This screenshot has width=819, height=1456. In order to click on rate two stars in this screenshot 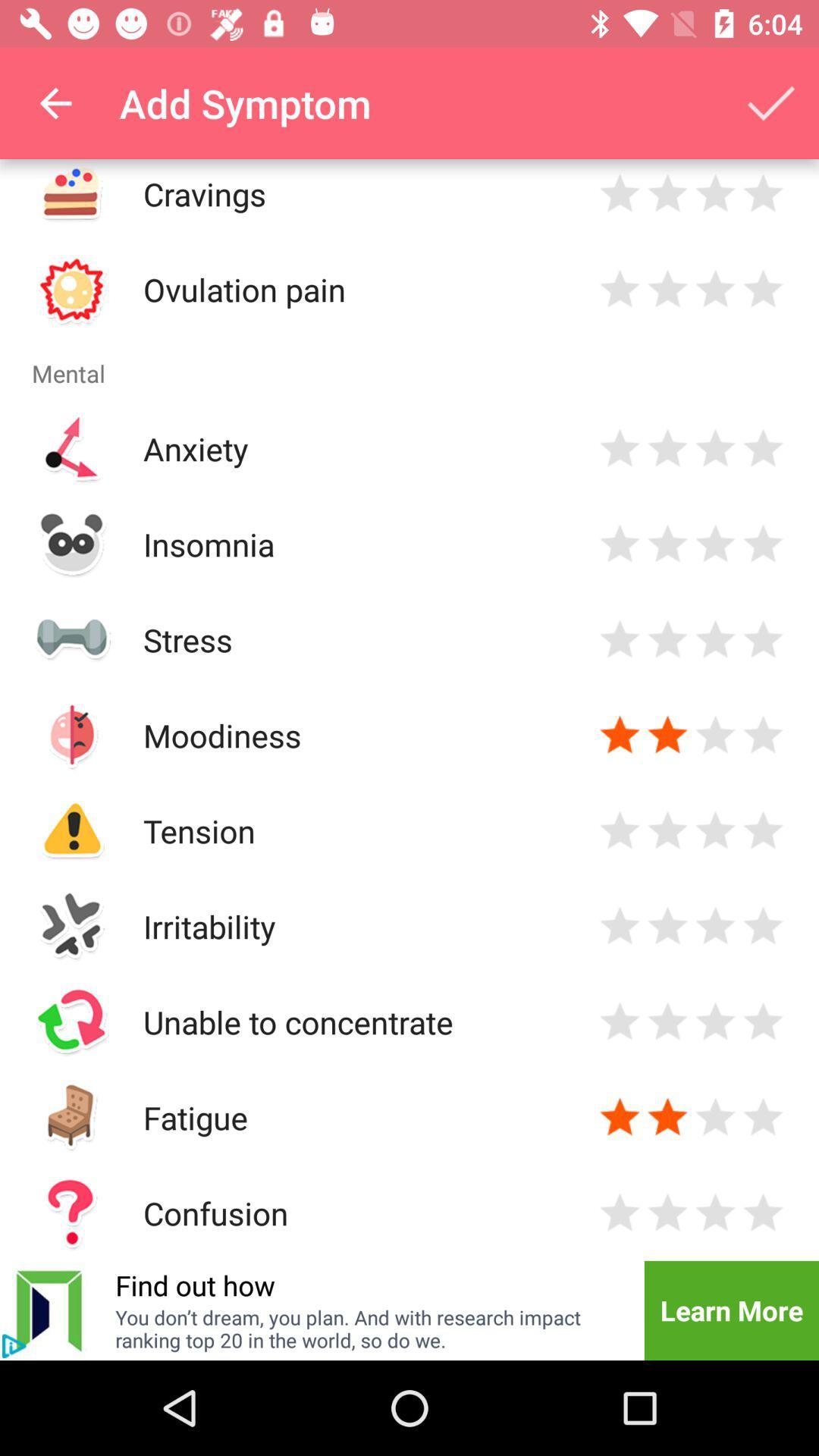, I will do `click(667, 289)`.